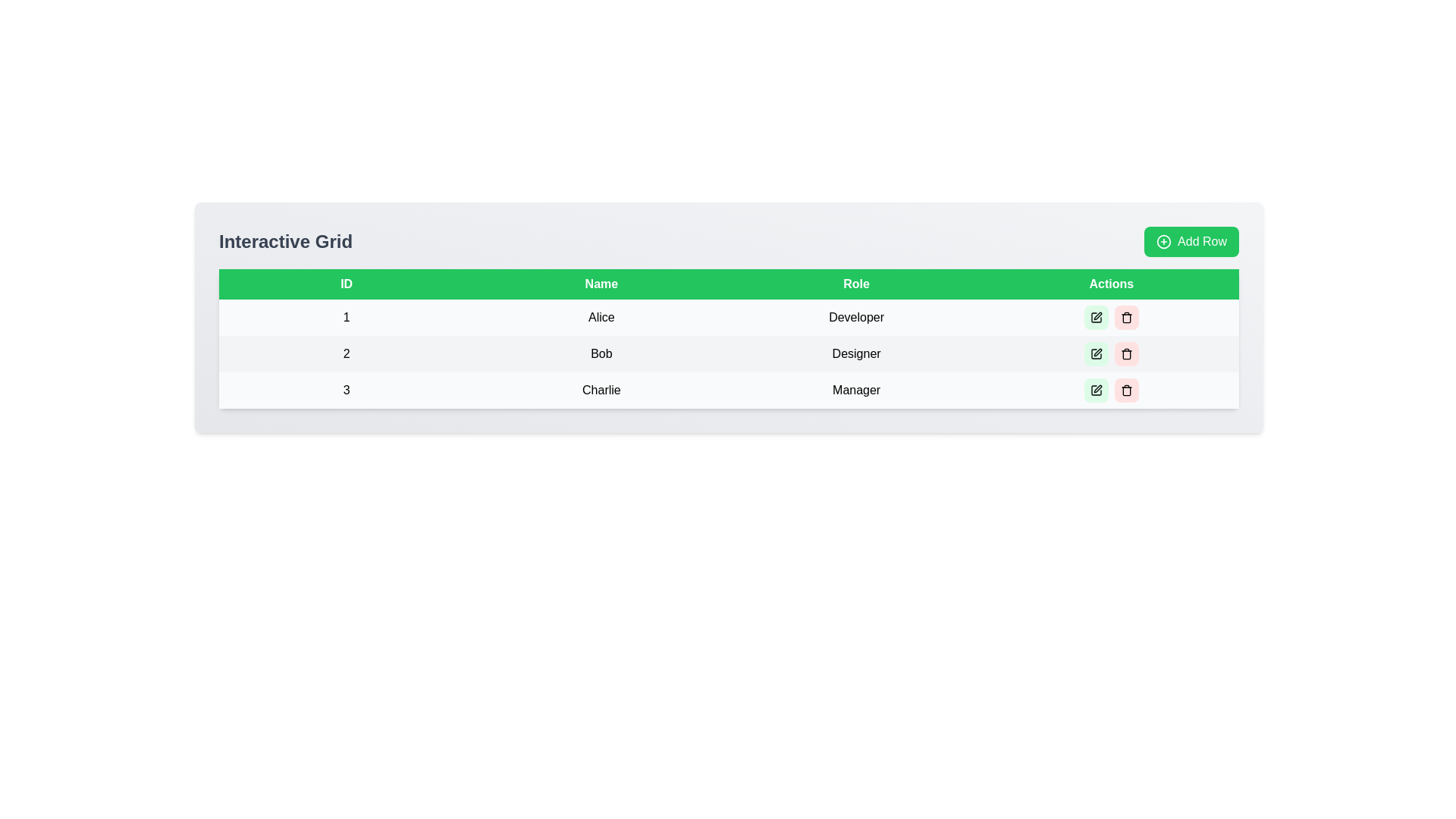 This screenshot has width=1456, height=819. Describe the element at coordinates (1126, 391) in the screenshot. I see `the trash icon SVG graphic located in the Actions column of the third row in the table` at that location.